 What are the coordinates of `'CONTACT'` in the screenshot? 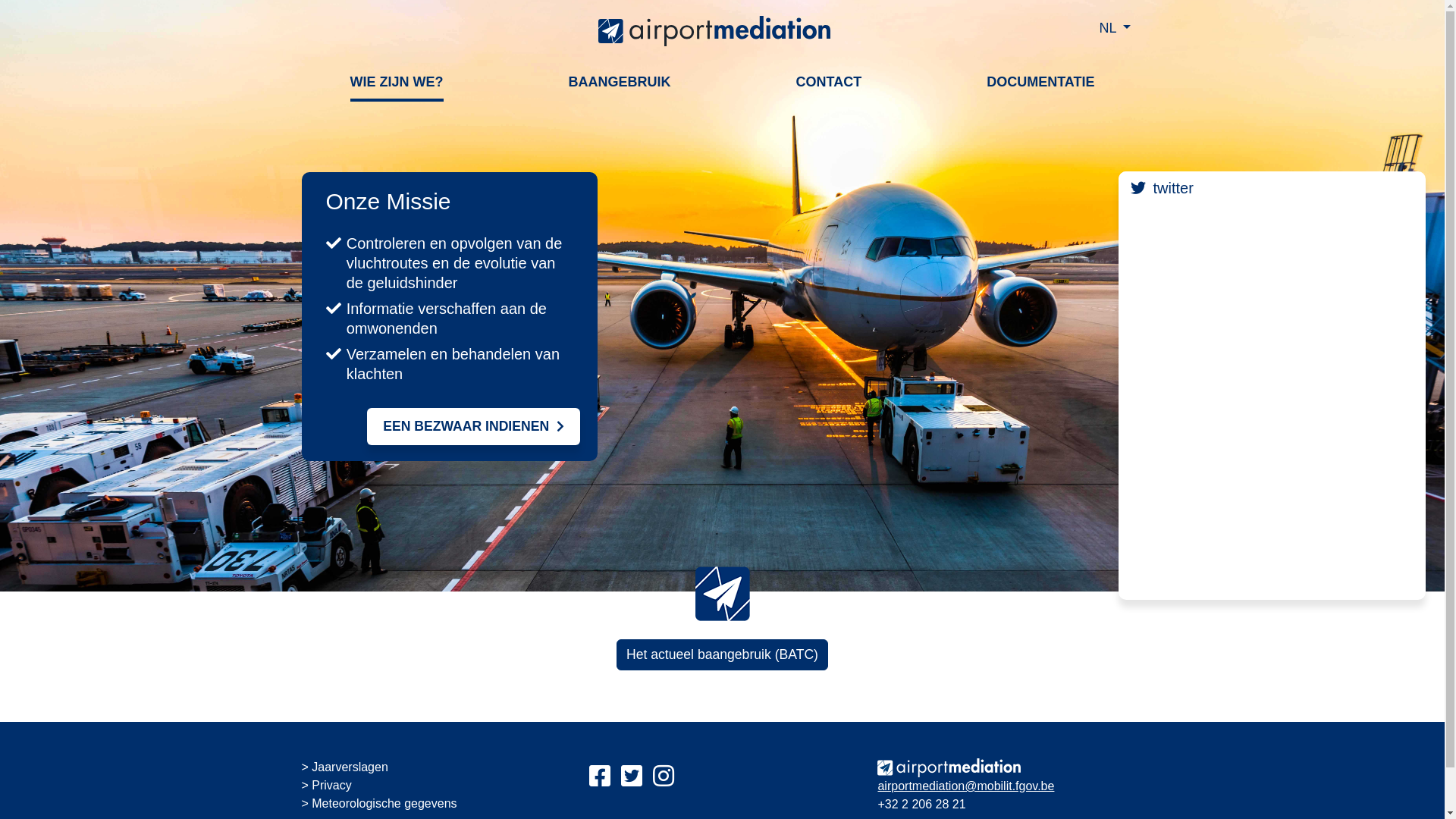 It's located at (795, 82).